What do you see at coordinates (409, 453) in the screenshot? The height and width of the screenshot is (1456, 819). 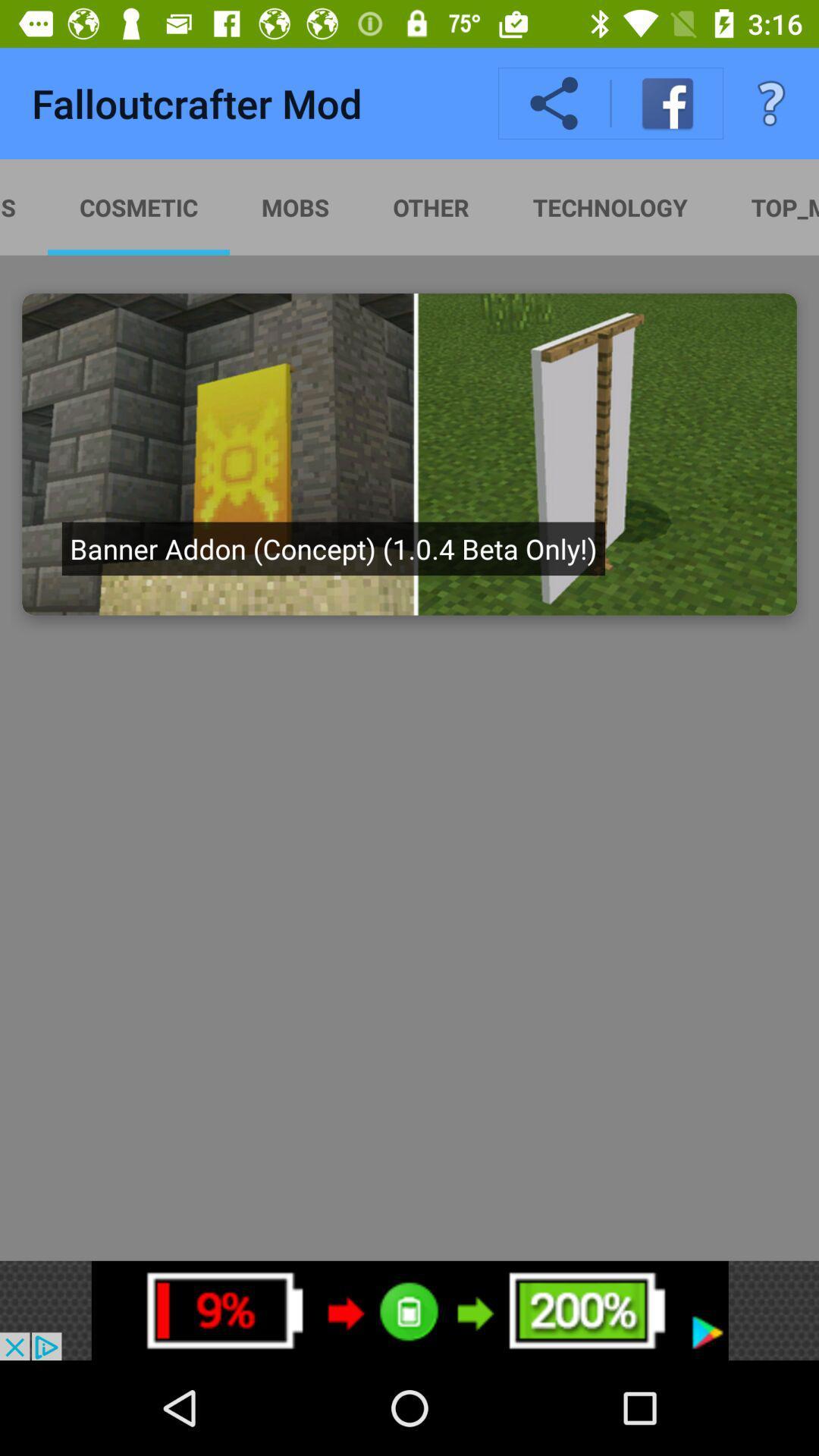 I see `the image` at bounding box center [409, 453].